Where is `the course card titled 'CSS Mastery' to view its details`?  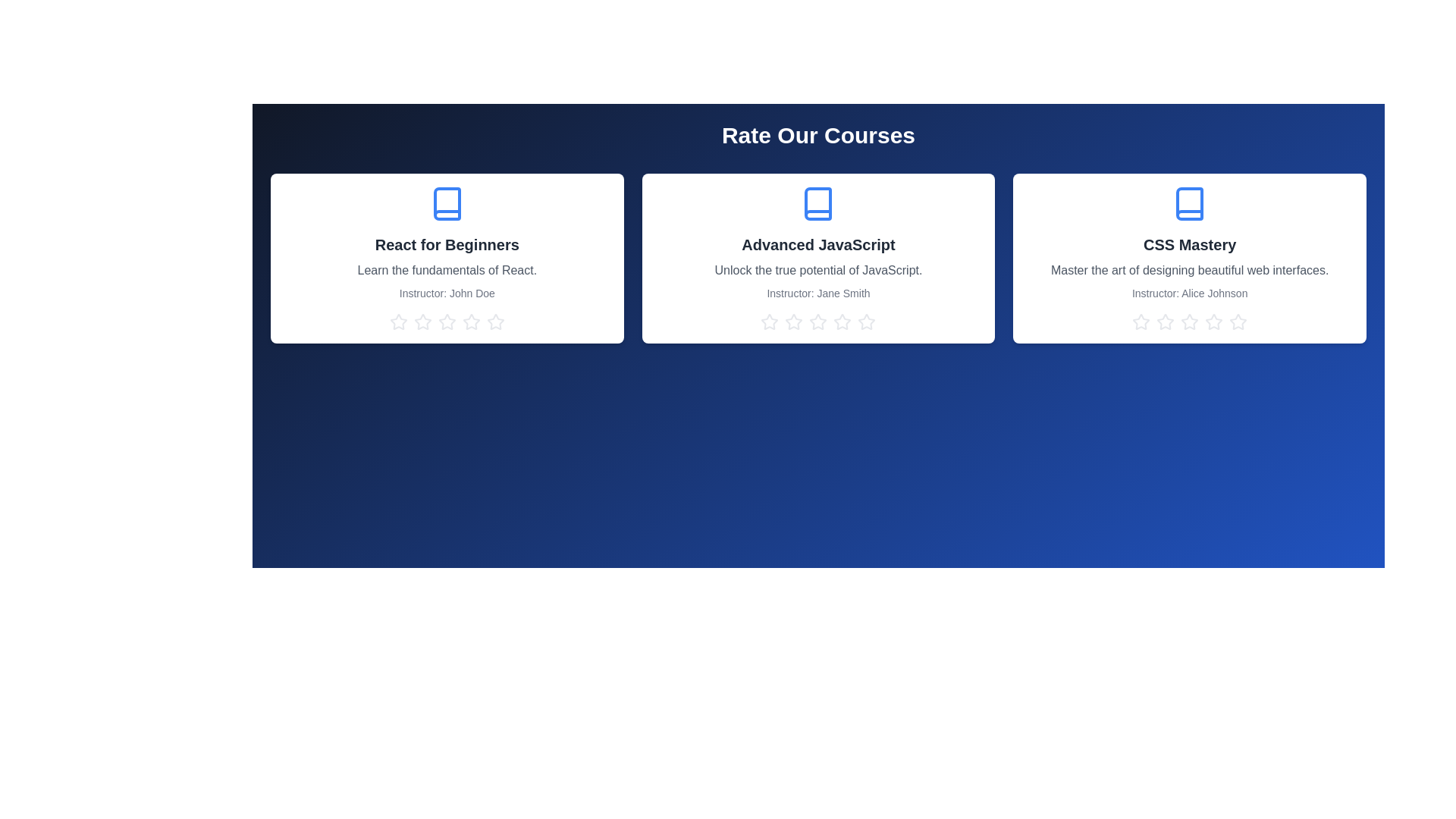 the course card titled 'CSS Mastery' to view its details is located at coordinates (1189, 257).